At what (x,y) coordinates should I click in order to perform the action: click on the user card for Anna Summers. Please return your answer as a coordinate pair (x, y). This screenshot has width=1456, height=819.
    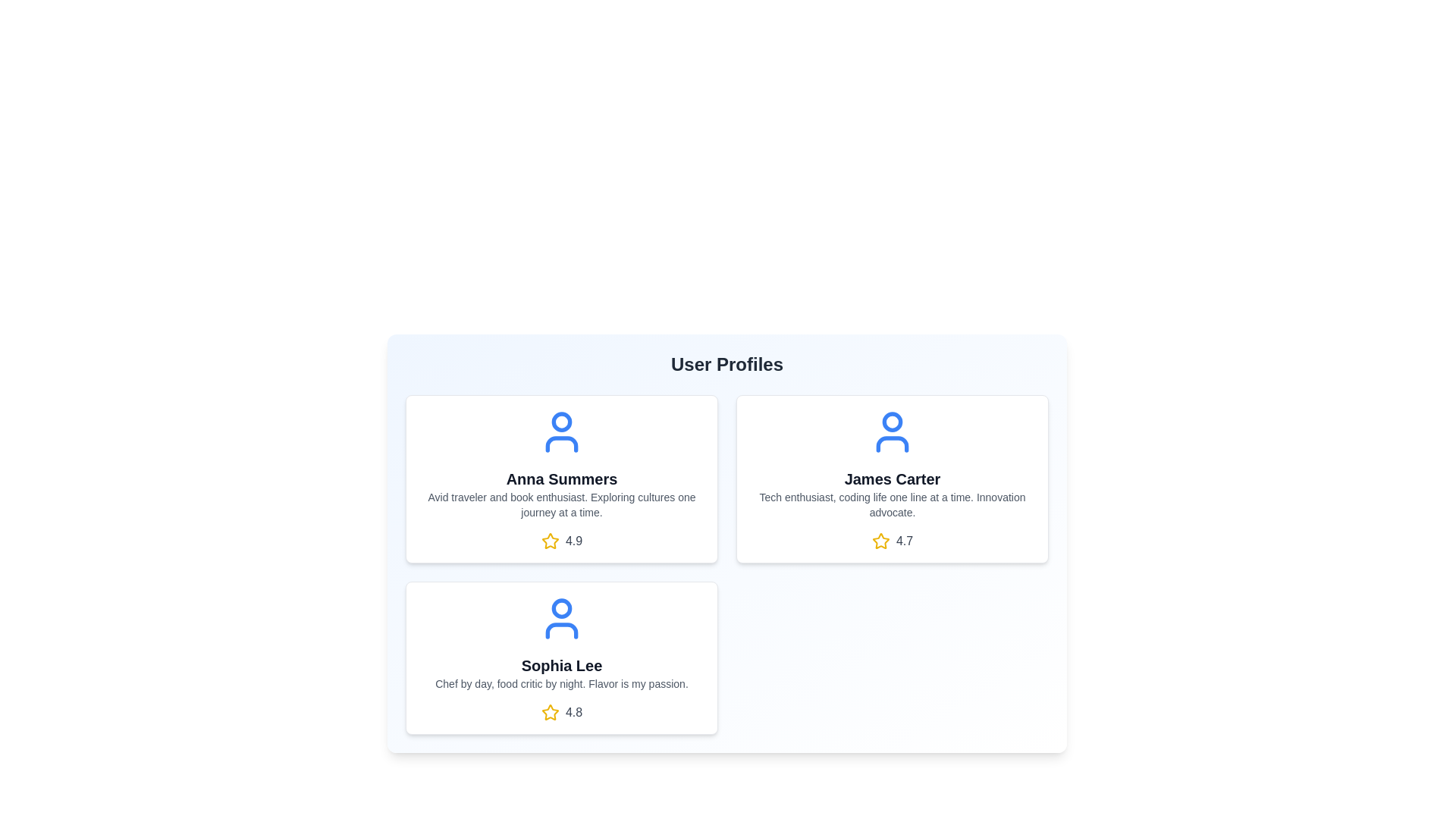
    Looking at the image, I should click on (560, 479).